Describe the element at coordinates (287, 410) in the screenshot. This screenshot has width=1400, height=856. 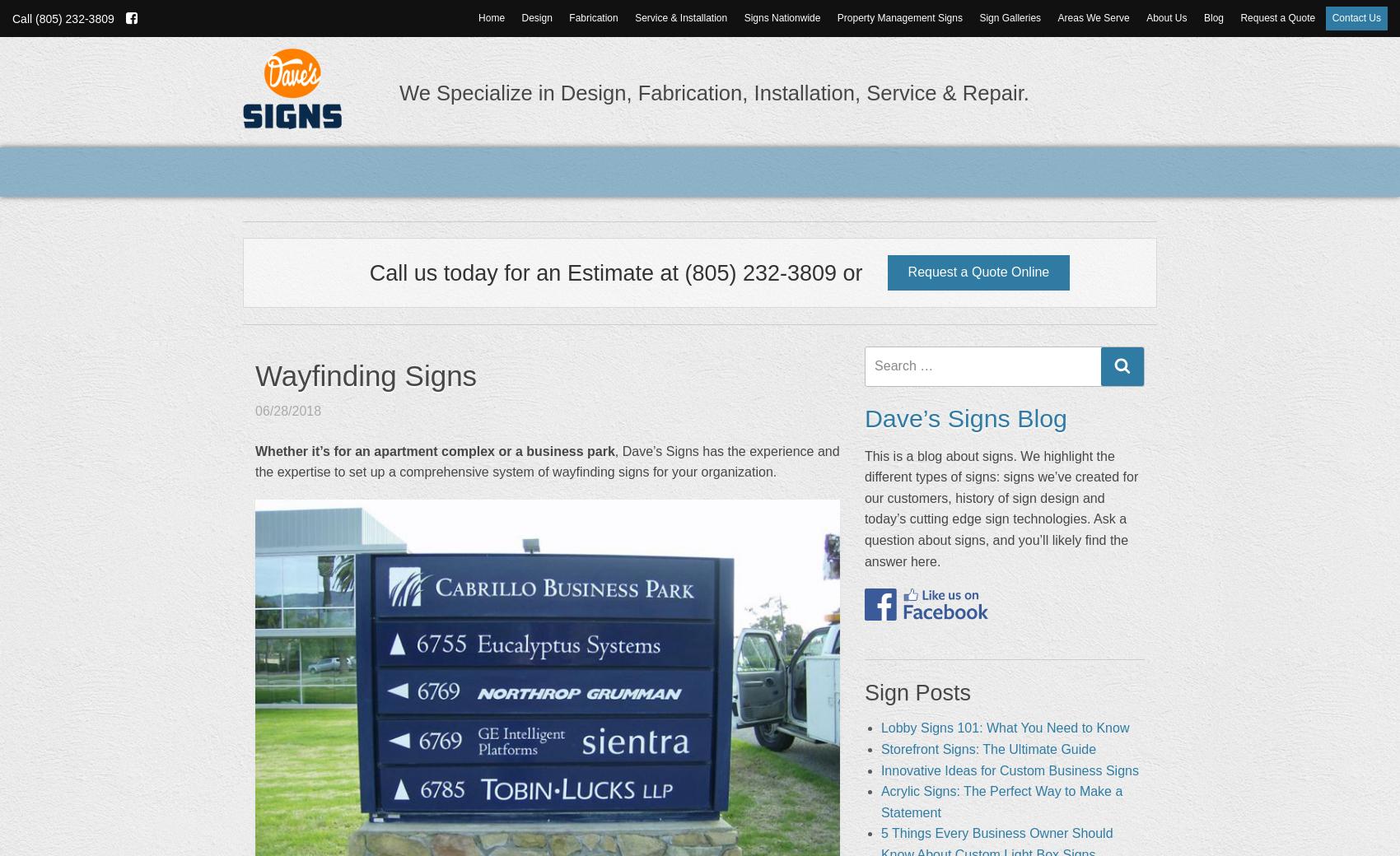
I see `'06/28/2018'` at that location.